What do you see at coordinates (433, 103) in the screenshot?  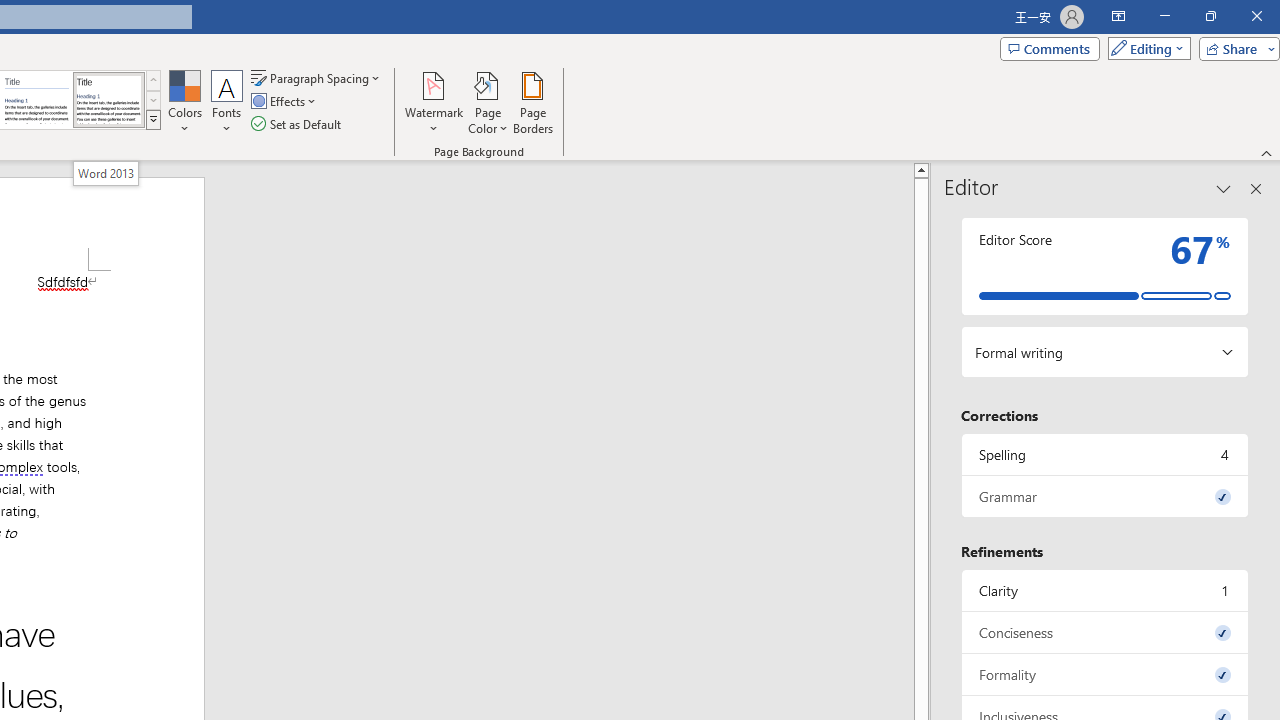 I see `'Watermark'` at bounding box center [433, 103].